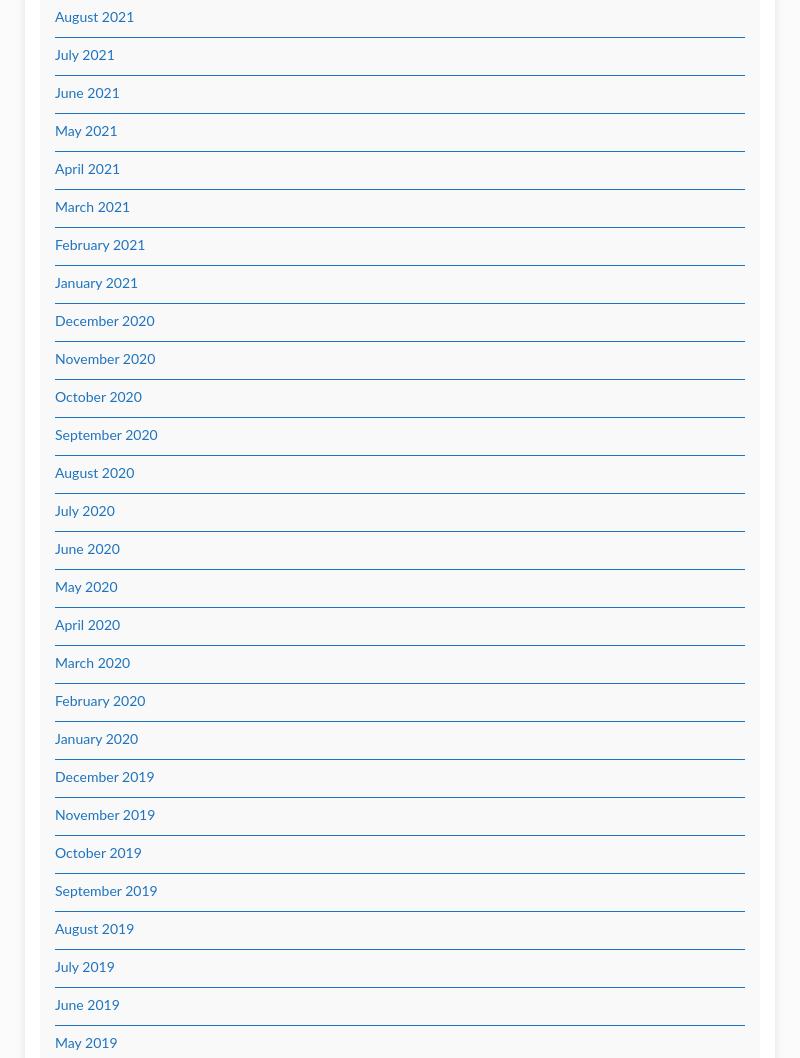  Describe the element at coordinates (104, 360) in the screenshot. I see `'November 2020'` at that location.